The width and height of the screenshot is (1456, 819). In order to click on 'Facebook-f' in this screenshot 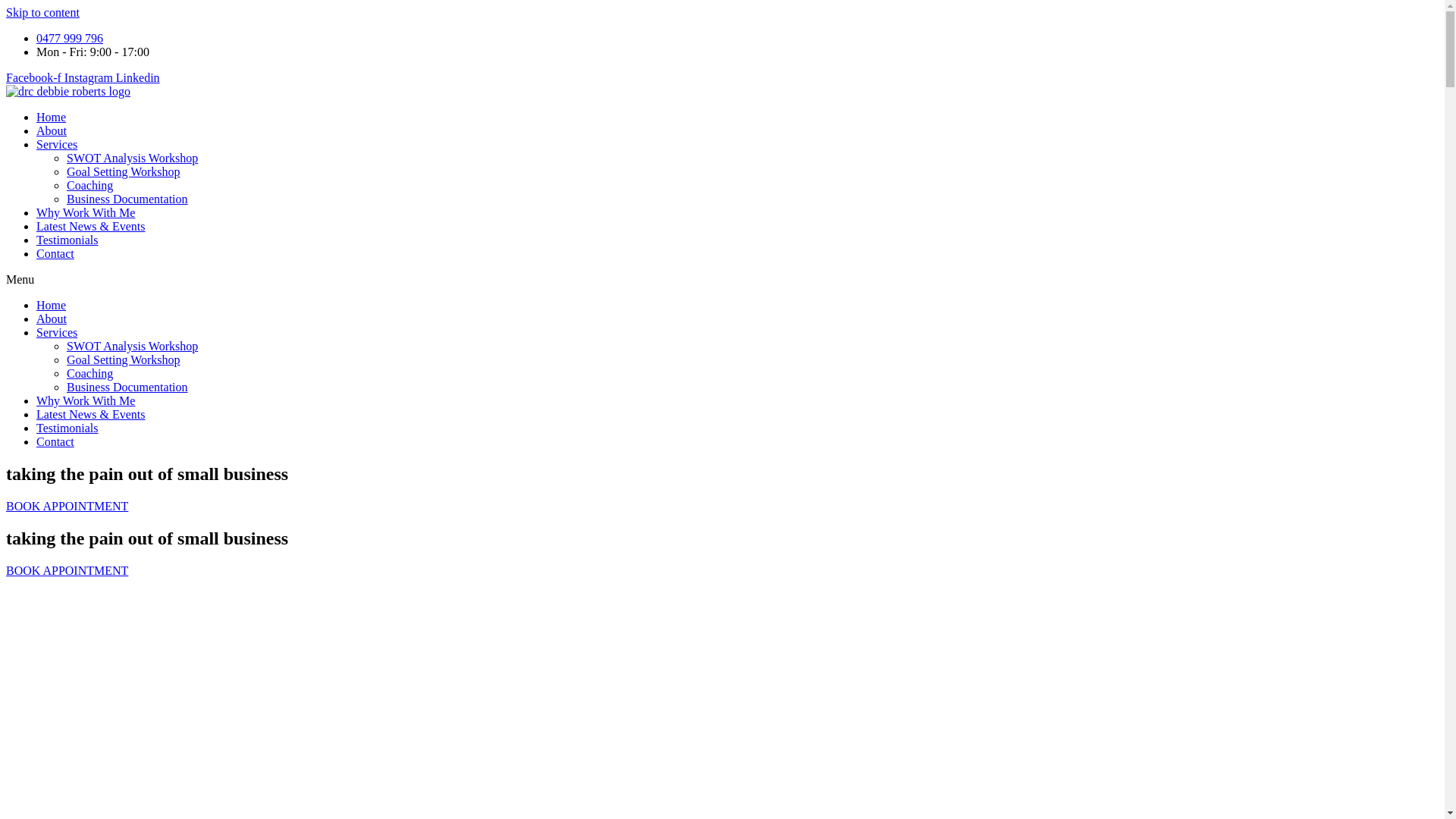, I will do `click(35, 77)`.